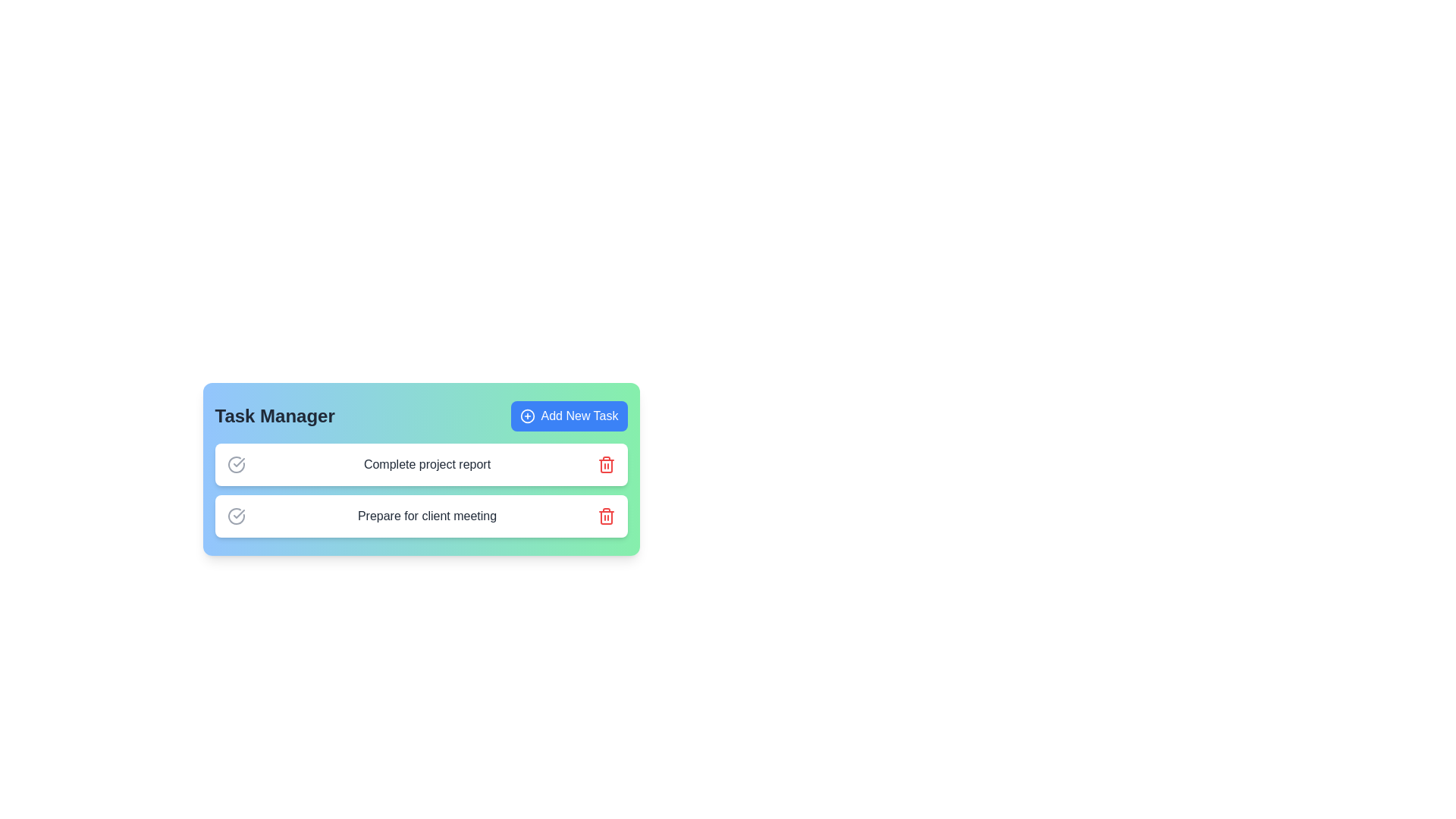 The height and width of the screenshot is (819, 1456). I want to click on the circular icon button with a checkmark inside, so click(235, 464).